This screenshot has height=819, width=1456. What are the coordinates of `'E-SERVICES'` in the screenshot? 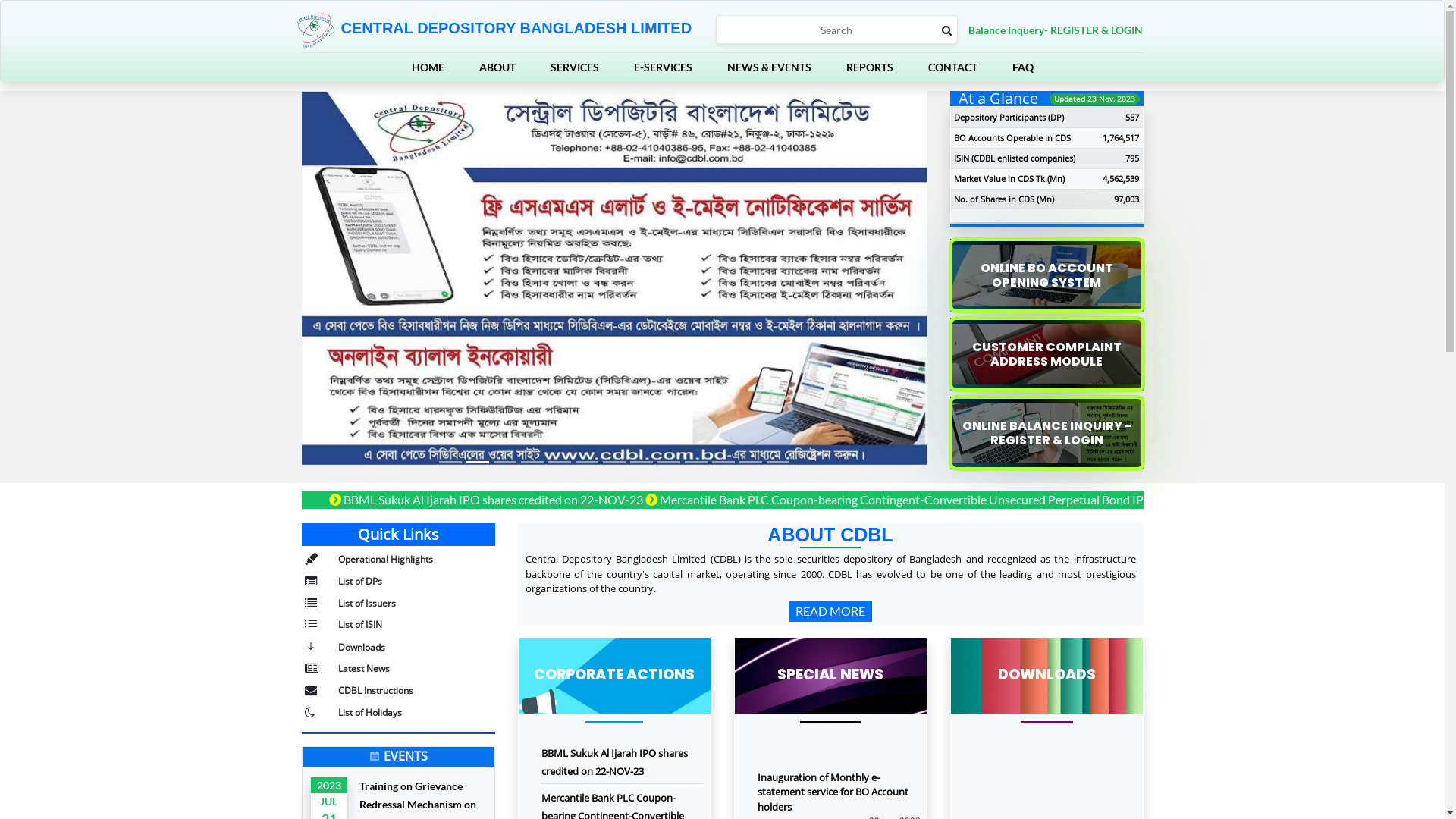 It's located at (663, 66).